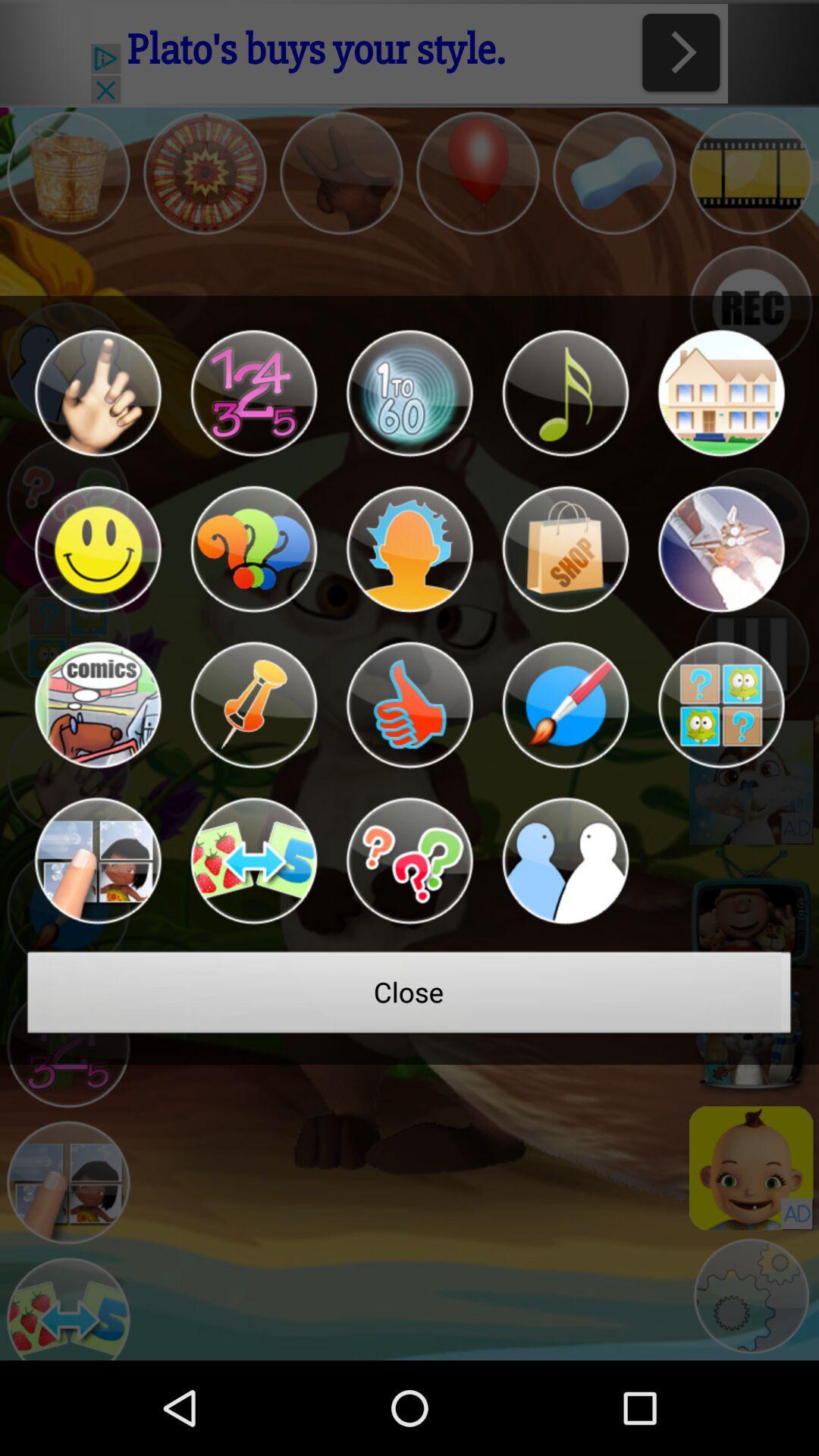  Describe the element at coordinates (97, 393) in the screenshot. I see `touch` at that location.